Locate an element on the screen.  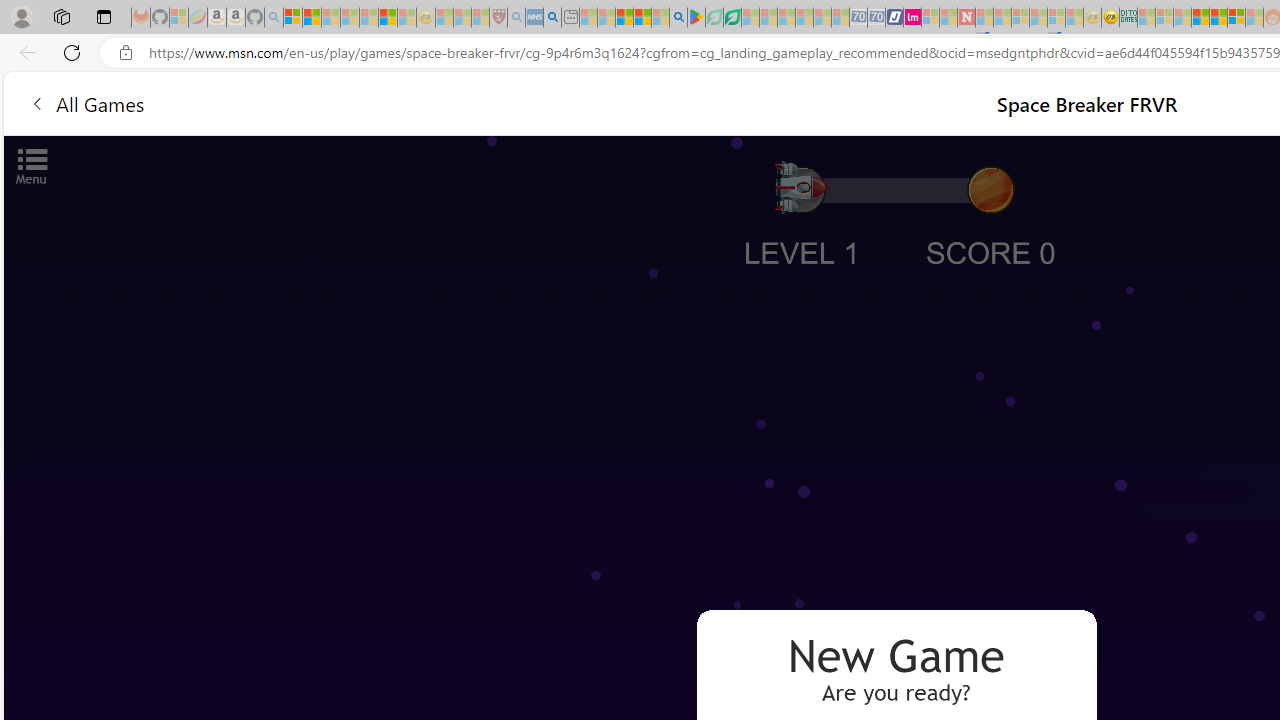
'utah sues federal government - Search' is located at coordinates (552, 17).